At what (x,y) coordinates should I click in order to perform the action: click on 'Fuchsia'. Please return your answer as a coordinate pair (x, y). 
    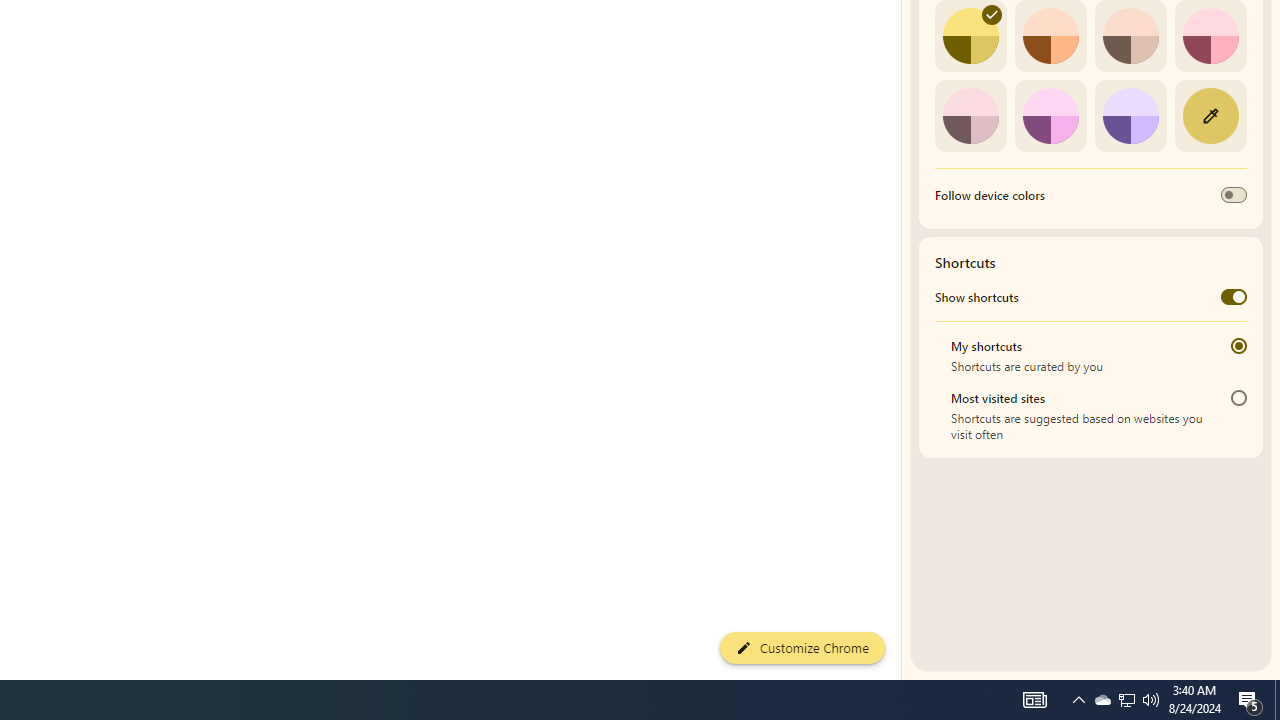
    Looking at the image, I should click on (1049, 115).